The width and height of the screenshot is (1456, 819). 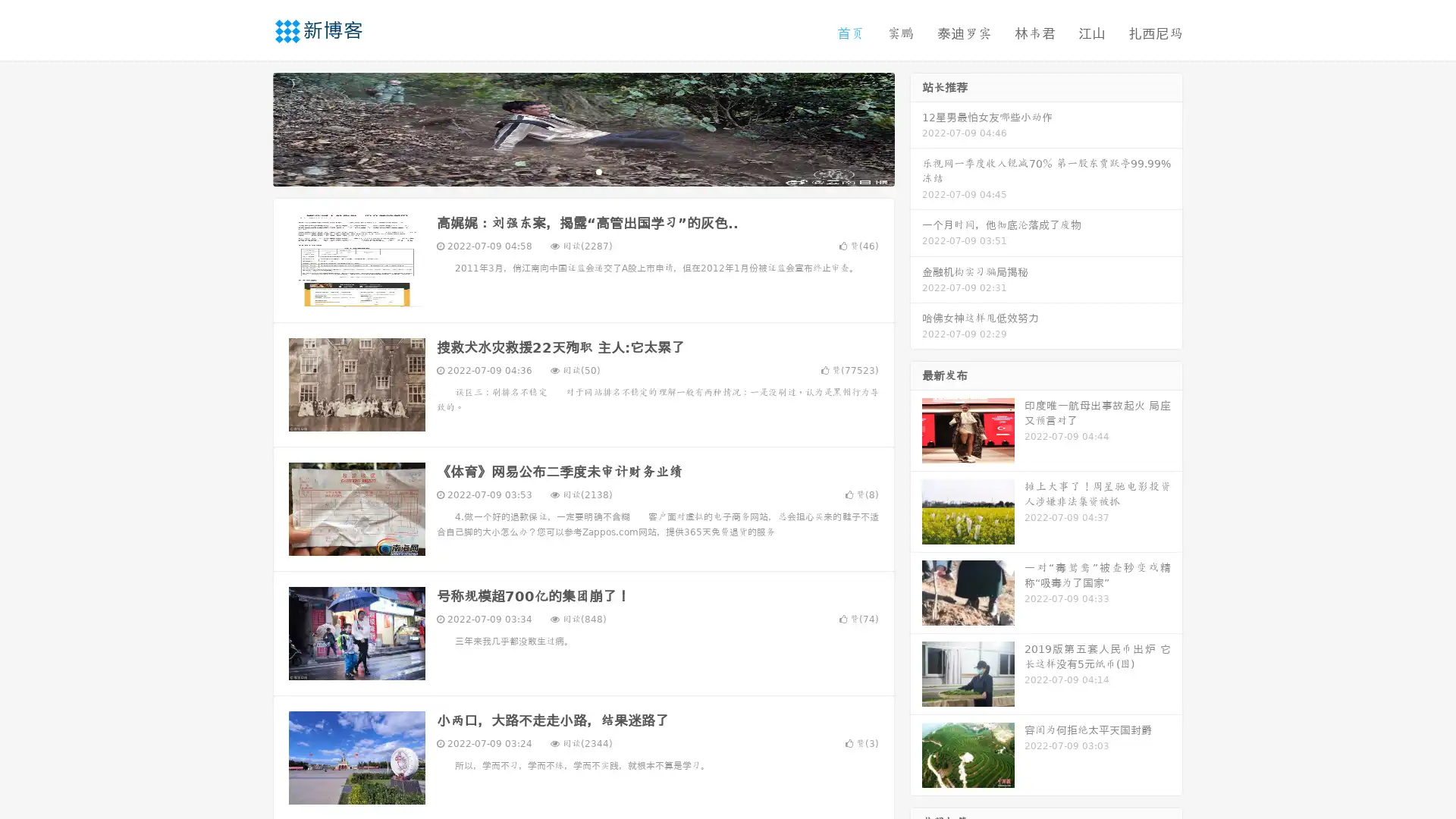 I want to click on Go to slide 2, so click(x=582, y=171).